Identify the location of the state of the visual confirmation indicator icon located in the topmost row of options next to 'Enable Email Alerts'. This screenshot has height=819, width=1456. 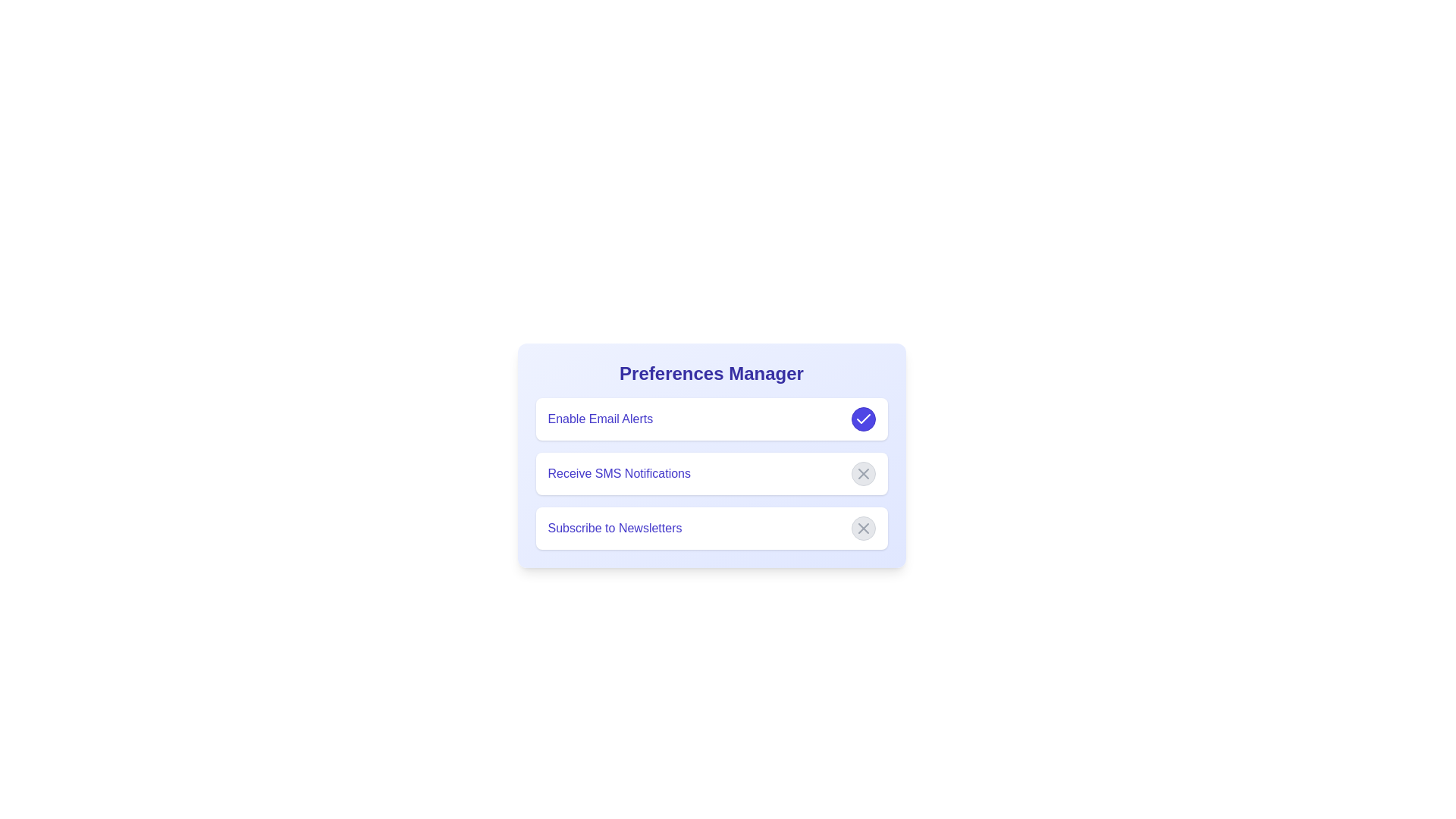
(863, 419).